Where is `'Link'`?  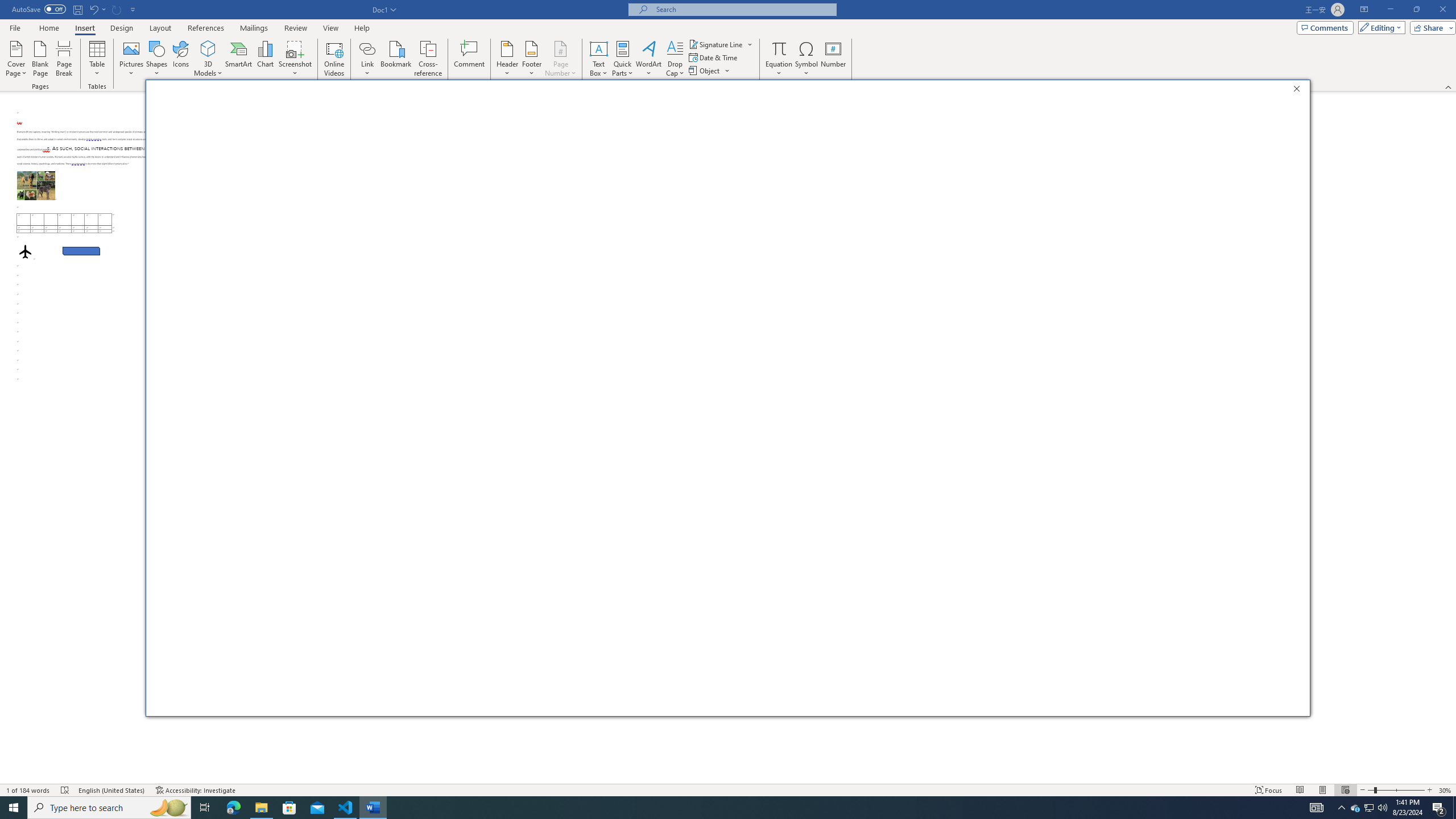 'Link' is located at coordinates (367, 59).